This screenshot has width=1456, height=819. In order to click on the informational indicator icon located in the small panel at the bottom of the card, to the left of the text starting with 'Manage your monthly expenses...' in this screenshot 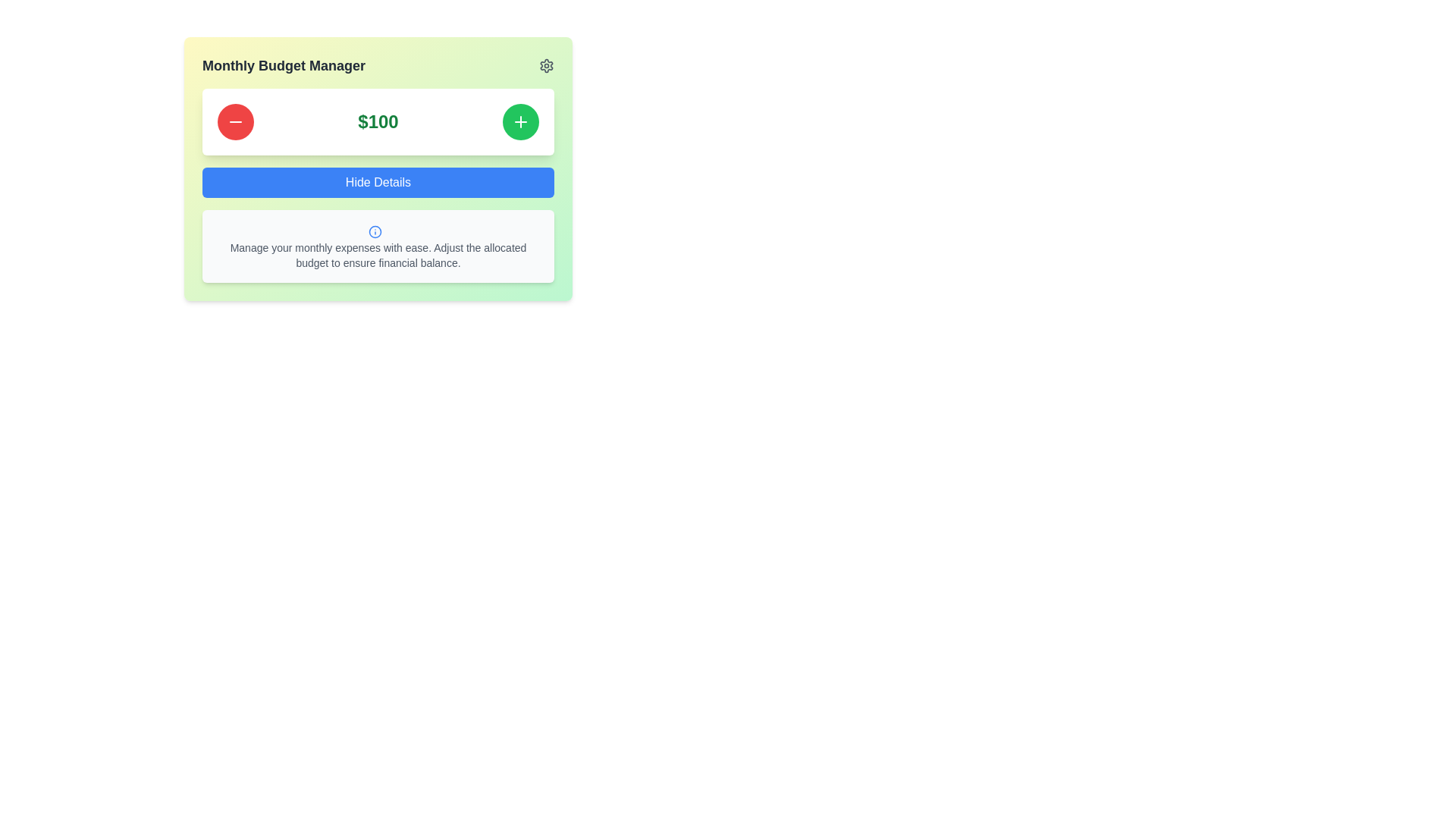, I will do `click(375, 231)`.